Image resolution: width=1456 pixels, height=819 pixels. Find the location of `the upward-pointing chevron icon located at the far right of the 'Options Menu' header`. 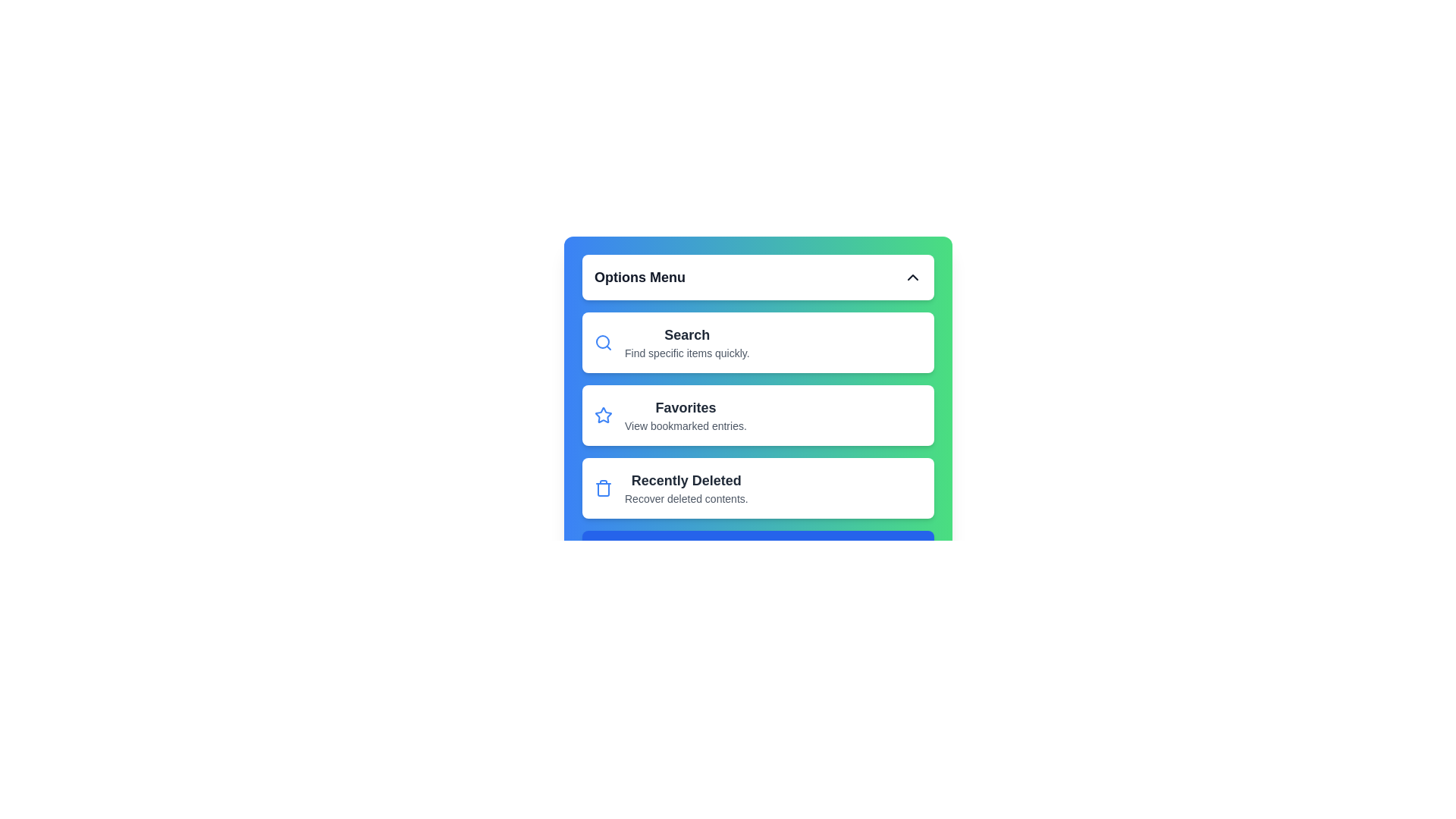

the upward-pointing chevron icon located at the far right of the 'Options Menu' header is located at coordinates (912, 278).